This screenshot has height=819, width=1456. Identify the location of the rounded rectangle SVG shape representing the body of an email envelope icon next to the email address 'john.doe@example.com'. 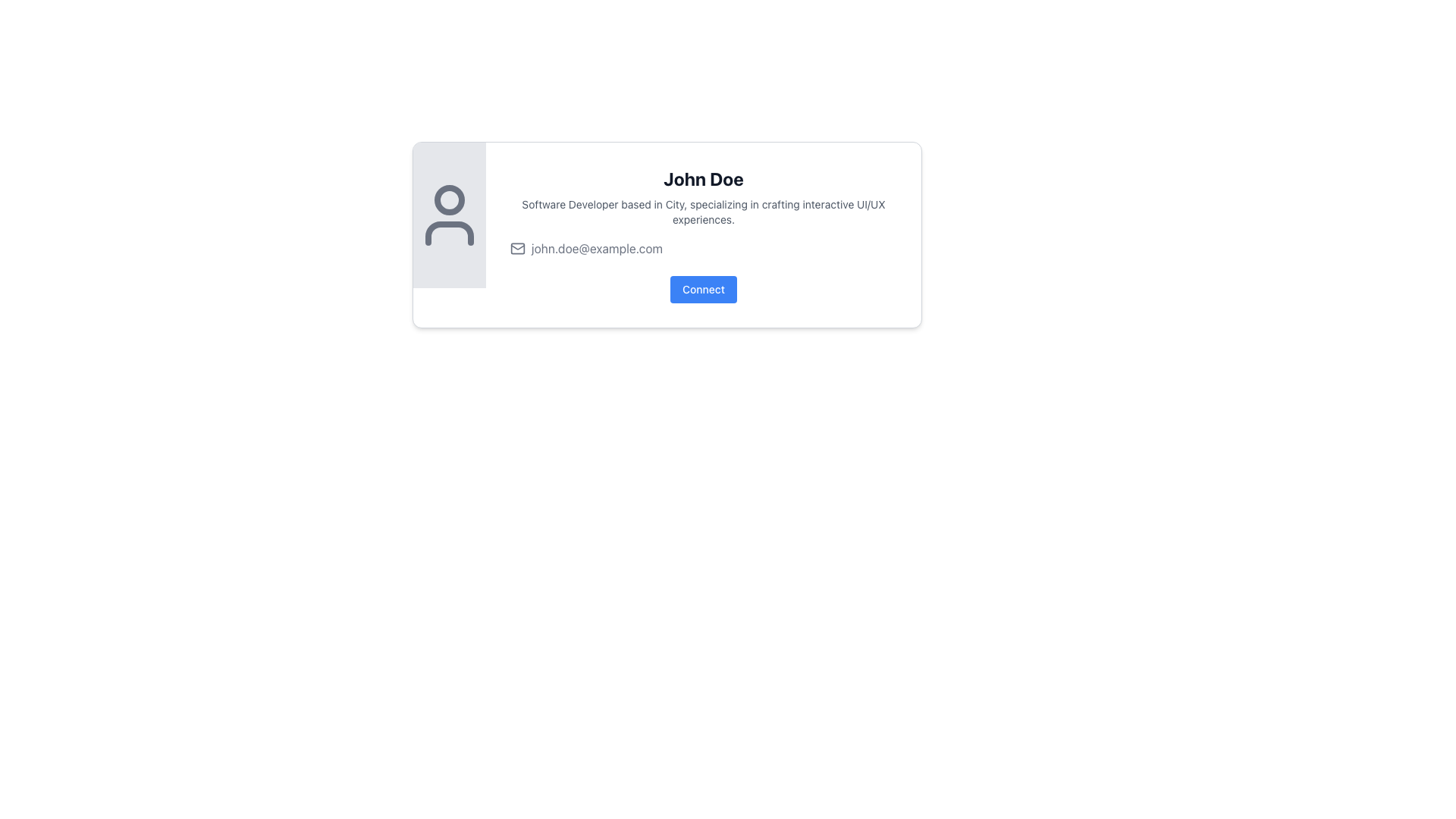
(517, 247).